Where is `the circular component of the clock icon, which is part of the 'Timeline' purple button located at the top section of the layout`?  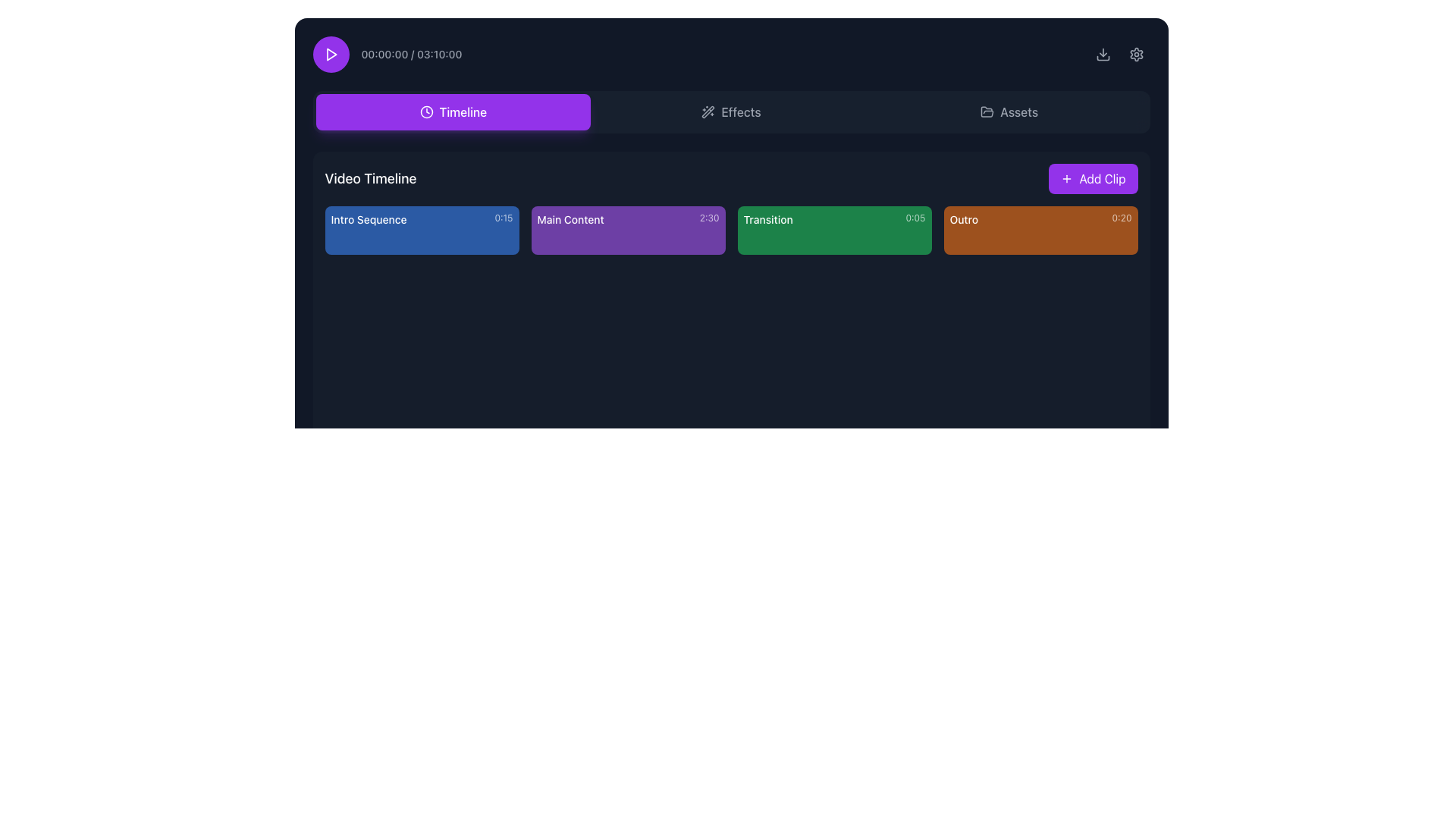
the circular component of the clock icon, which is part of the 'Timeline' purple button located at the top section of the layout is located at coordinates (425, 111).